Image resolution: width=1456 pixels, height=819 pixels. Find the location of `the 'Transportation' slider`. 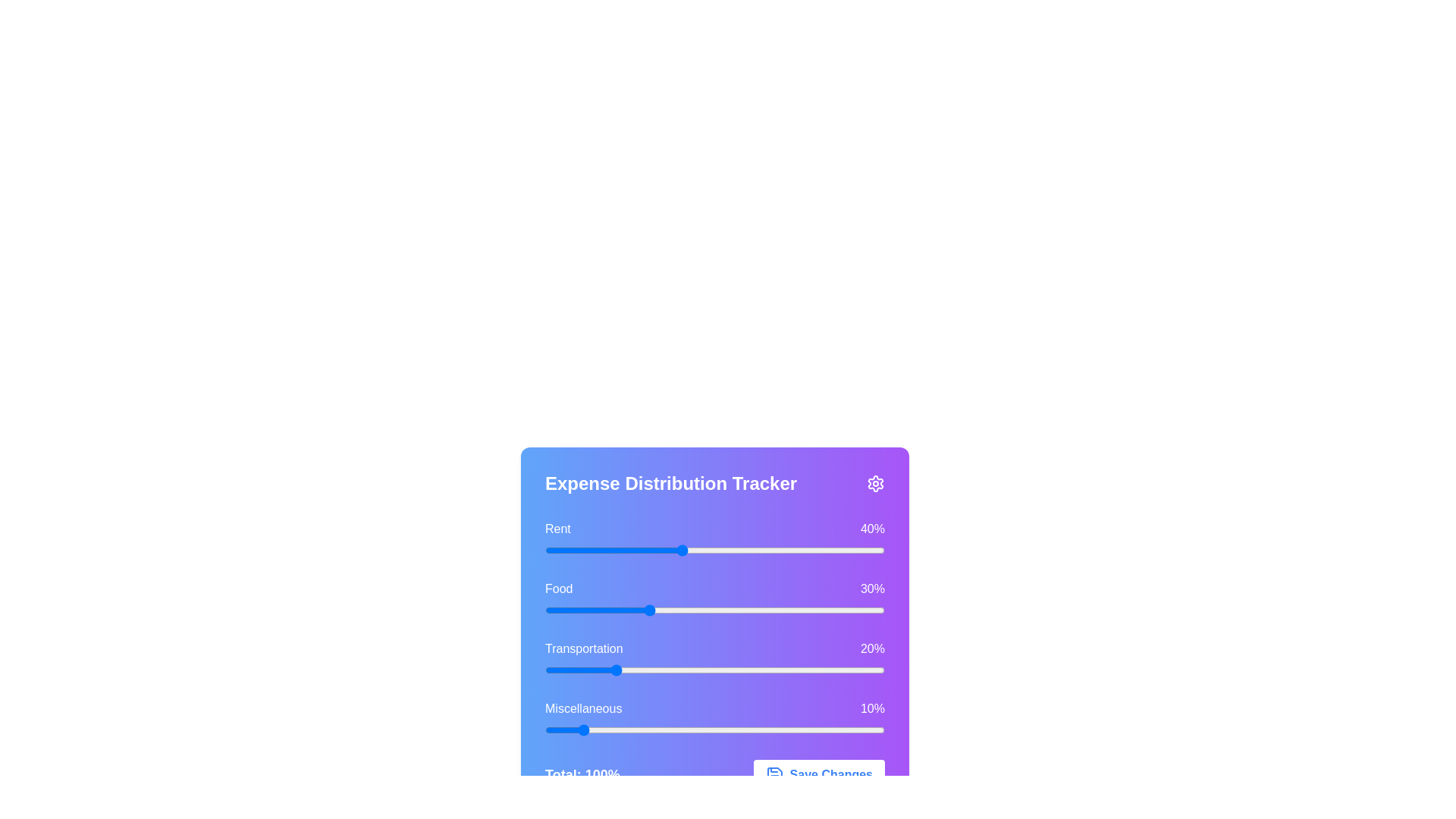

the 'Transportation' slider is located at coordinates (694, 669).